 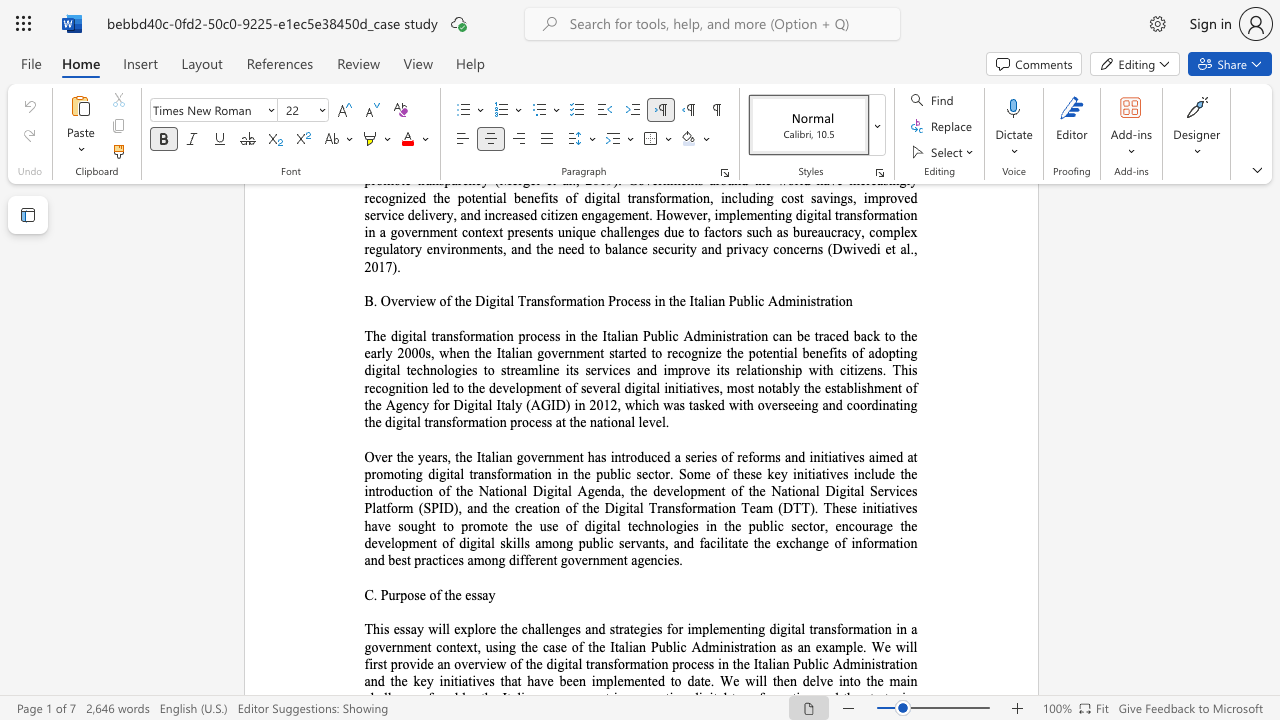 What do you see at coordinates (705, 457) in the screenshot?
I see `the subset text "es of reforms and initiatives aimed at promoting digital transformation in the public sector. Some of these key initiatives include the introduction of the National Digital Agenda, the development of the National Digital Services Platform (SPID), and the creation of the Digital Transf" within the text "Over the years, the Italian government has introduced a series of reforms and initiatives aimed at promoting digital transformation in the public sector. Some of these key initiatives include the introduction of the National Digital Agenda, the development of the National Digital Services Platform (SPID), and the creation of the Digital Transformation Team (DTT). These initiatives have"` at bounding box center [705, 457].